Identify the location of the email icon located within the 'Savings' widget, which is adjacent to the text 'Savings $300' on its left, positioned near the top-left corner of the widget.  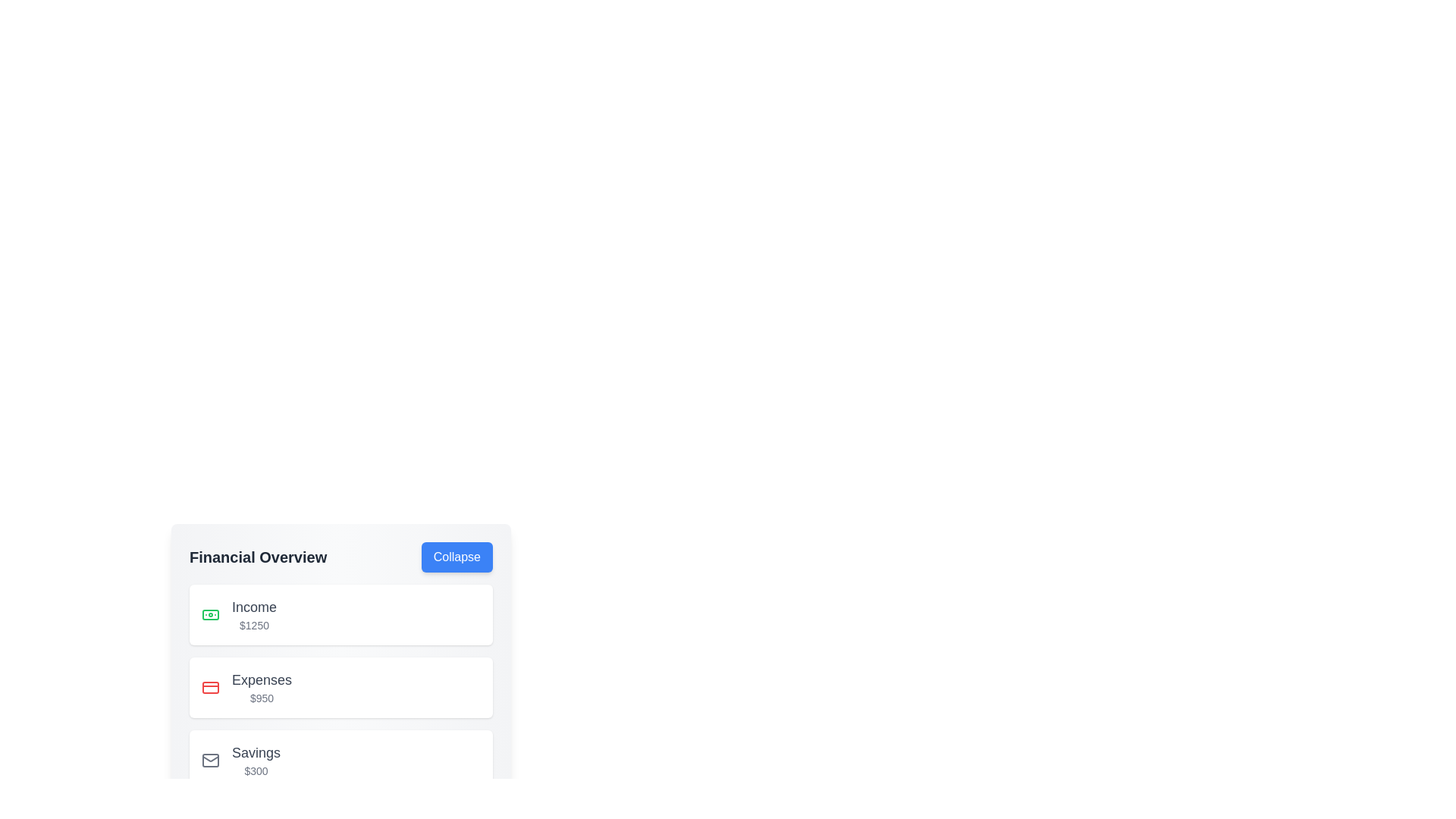
(210, 760).